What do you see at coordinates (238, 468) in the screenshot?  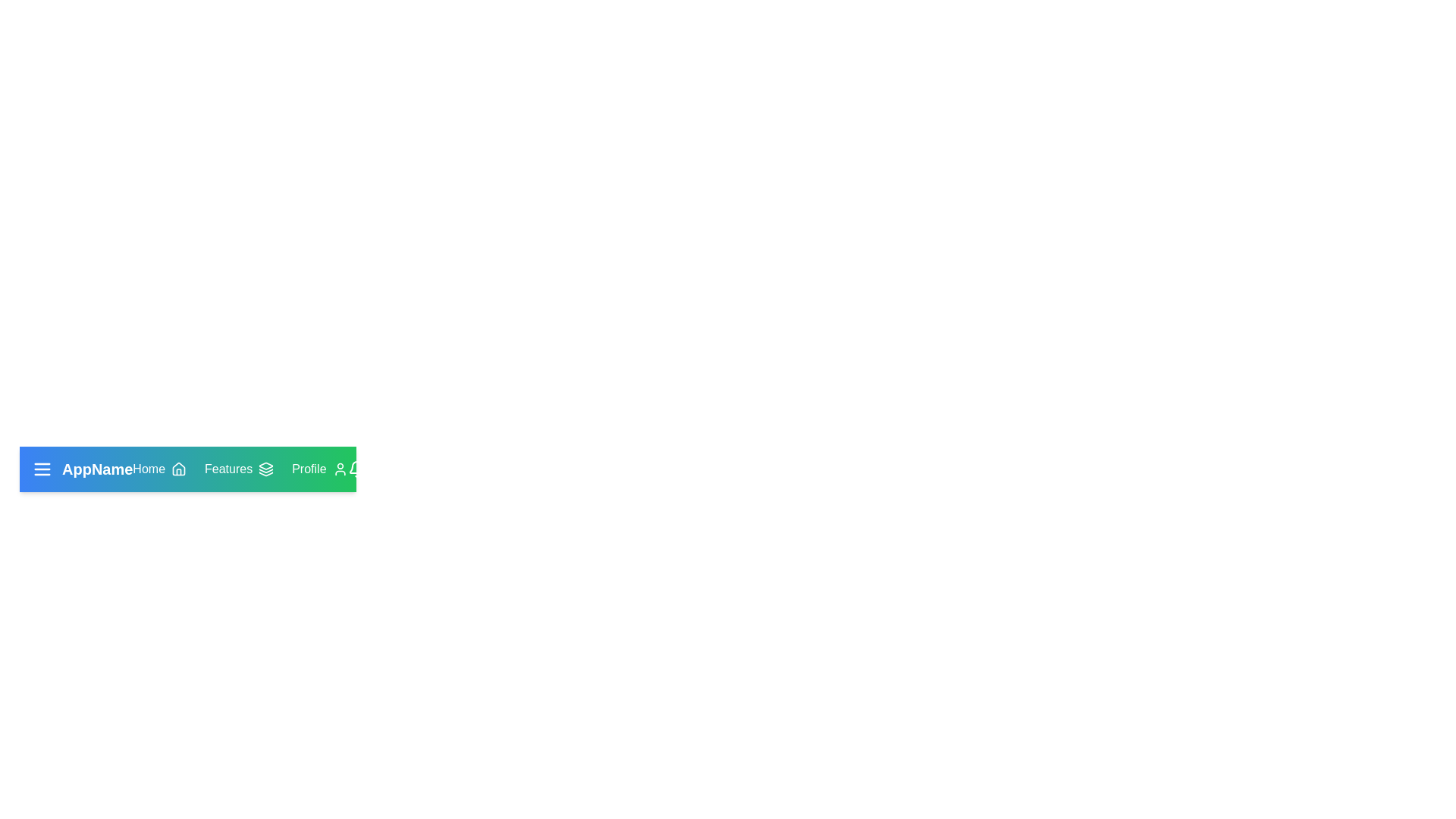 I see `the interactive element FeaturesButton to view its hover effect` at bounding box center [238, 468].